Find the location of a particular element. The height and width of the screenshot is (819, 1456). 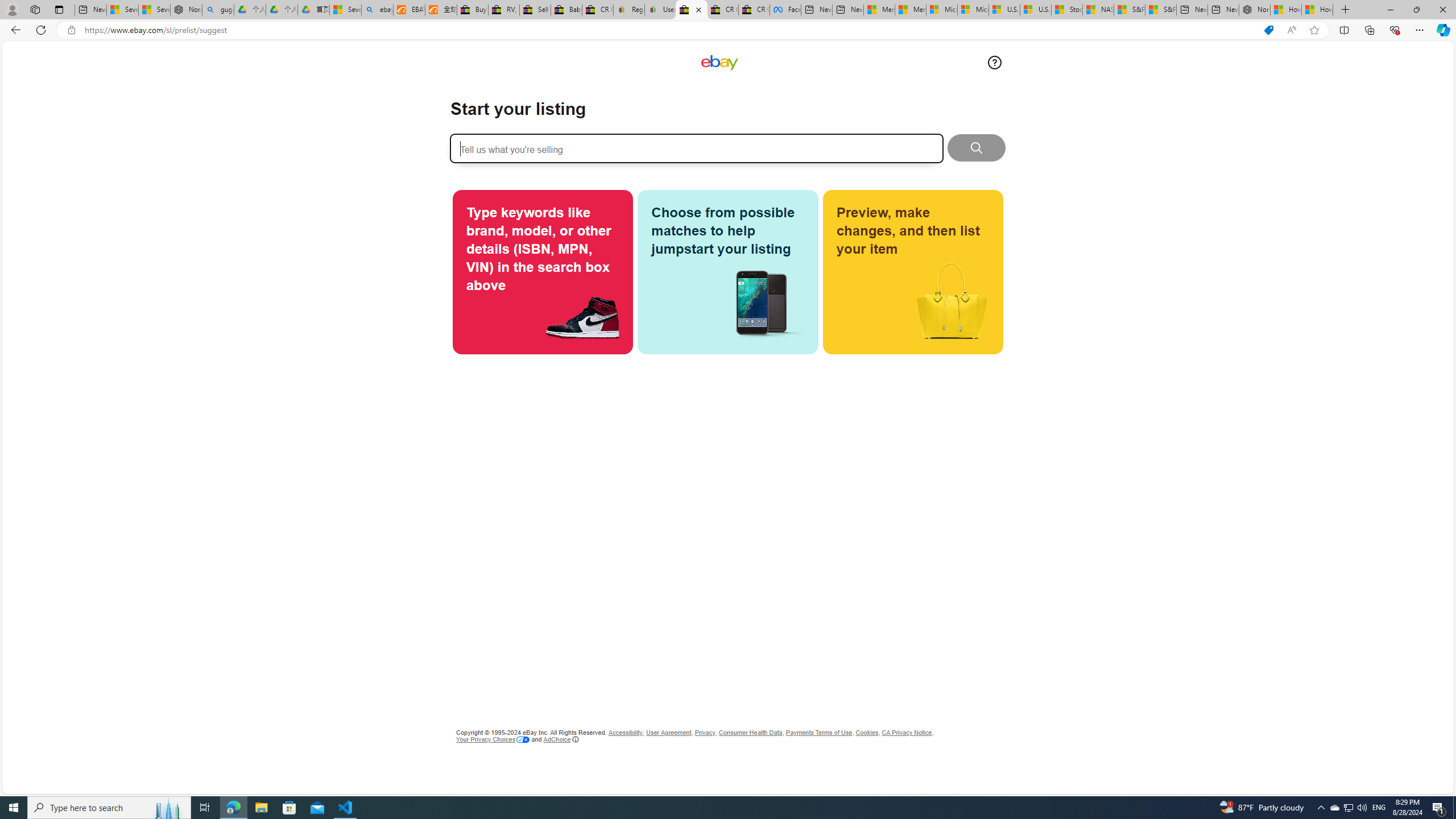

'guge yunpan - Search' is located at coordinates (218, 9).